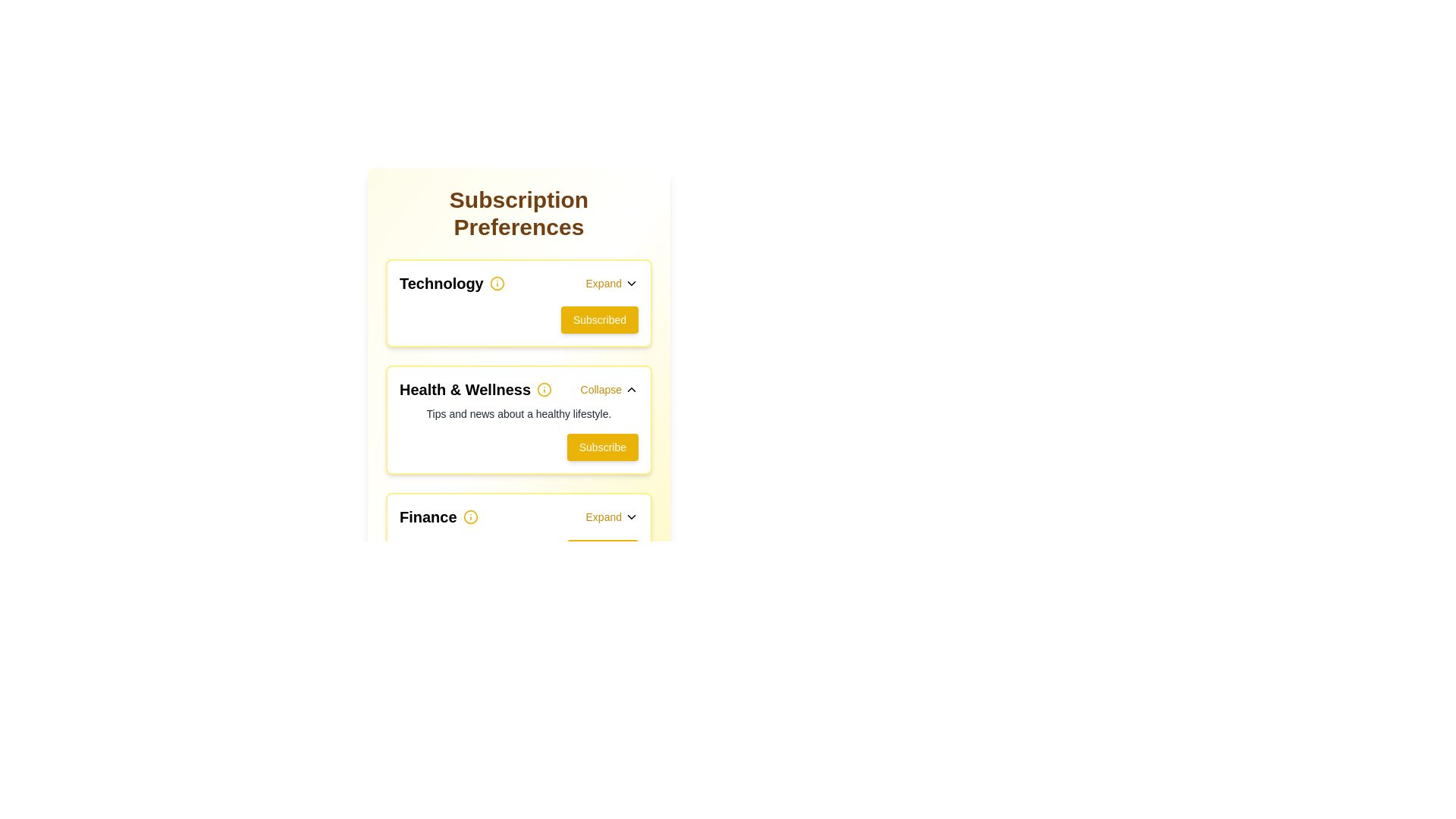  What do you see at coordinates (427, 516) in the screenshot?
I see `the 'Finance' label, which is bold and black, located in the third section under 'Subscription Preferences', to the left of a circular yellow information icon` at bounding box center [427, 516].